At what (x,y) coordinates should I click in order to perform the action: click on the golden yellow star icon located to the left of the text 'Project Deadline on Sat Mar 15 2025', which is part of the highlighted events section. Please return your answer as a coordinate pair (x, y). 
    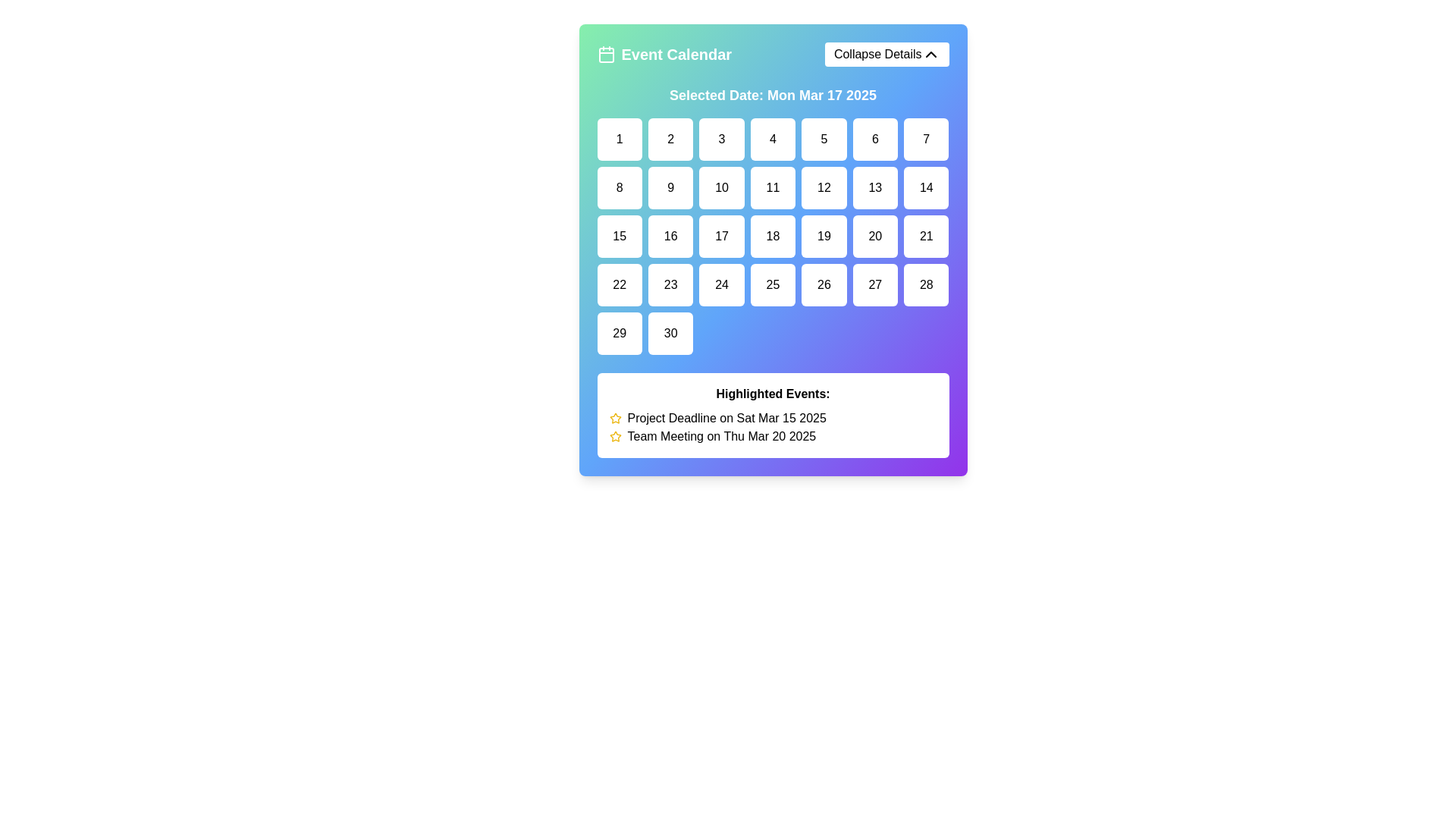
    Looking at the image, I should click on (615, 418).